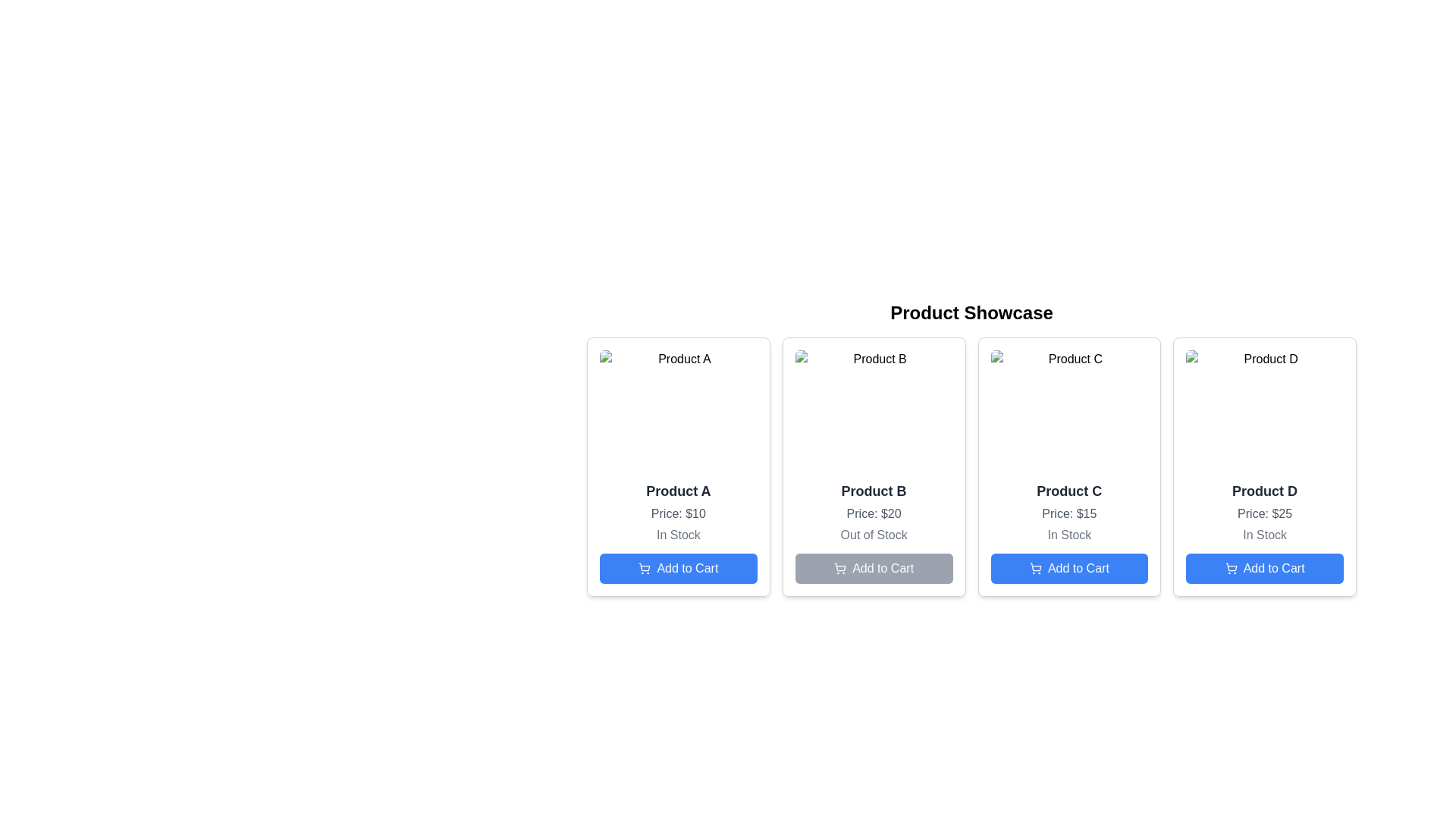 This screenshot has width=1456, height=819. I want to click on the cart icon located within the 'Add to Cart' button for 'Product C' in the third column of the product showcase grid, so click(1034, 568).